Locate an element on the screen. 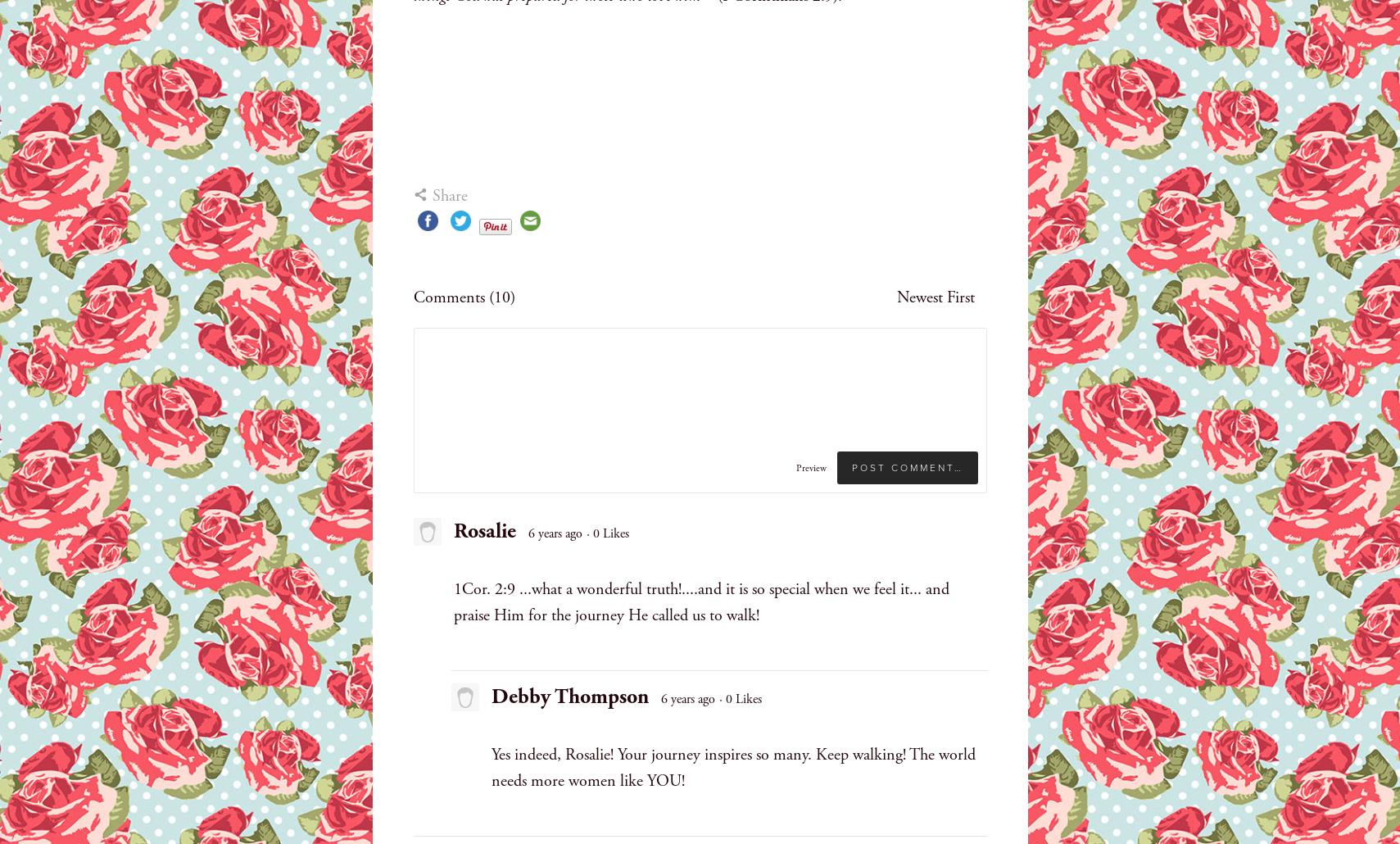 This screenshot has height=844, width=1400. 'Preview' is located at coordinates (810, 467).